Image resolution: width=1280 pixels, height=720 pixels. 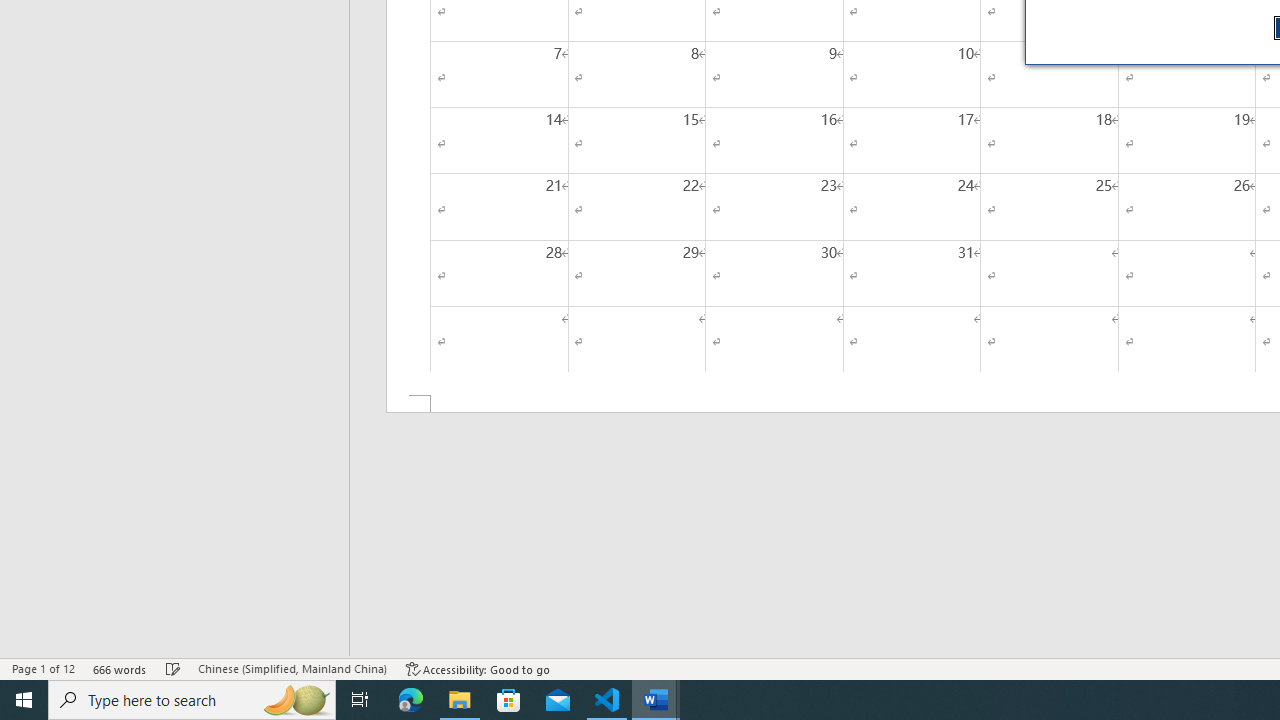 I want to click on 'Microsoft Store', so click(x=509, y=698).